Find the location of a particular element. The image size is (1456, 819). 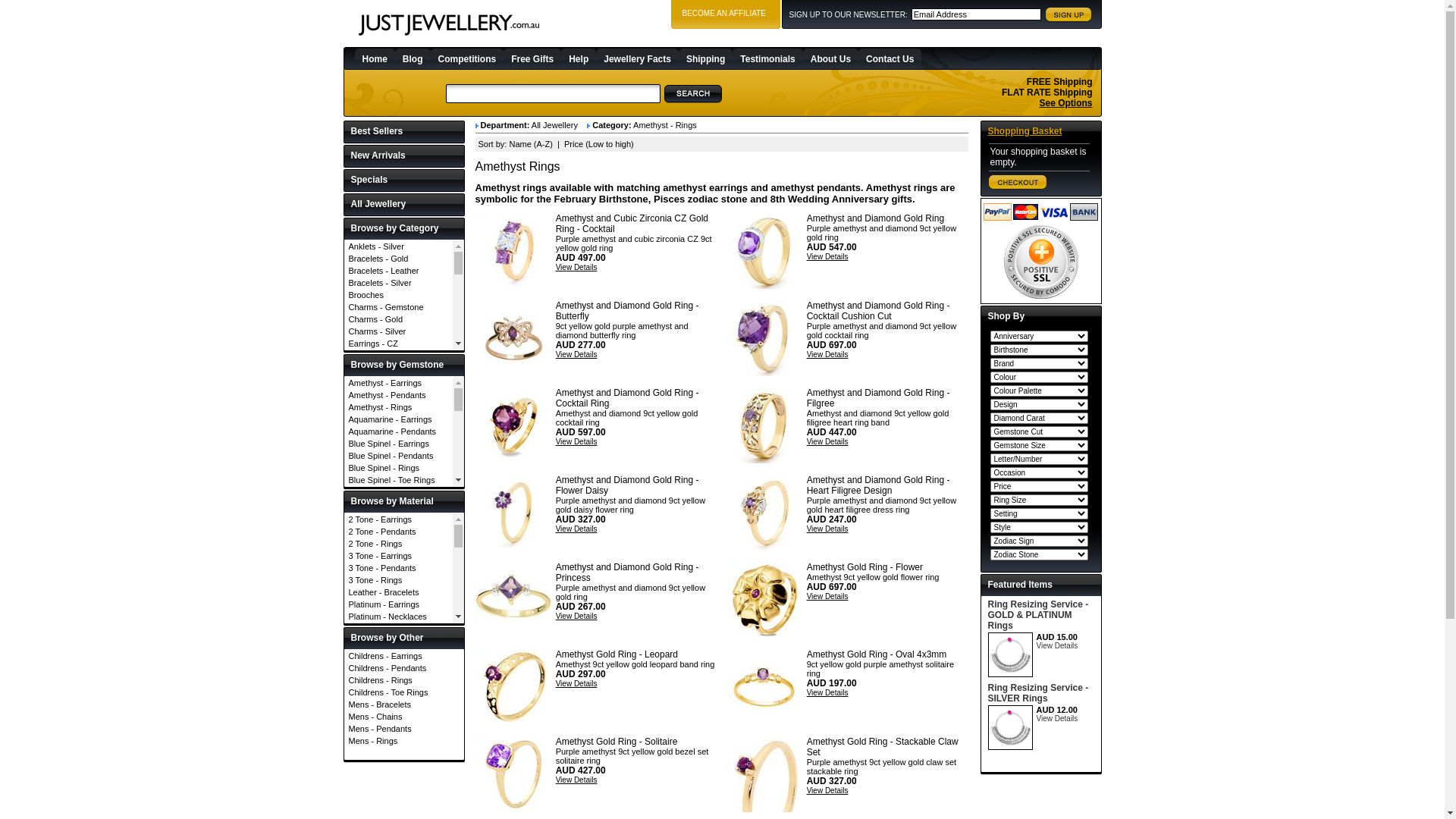

'Specials' is located at coordinates (403, 180).